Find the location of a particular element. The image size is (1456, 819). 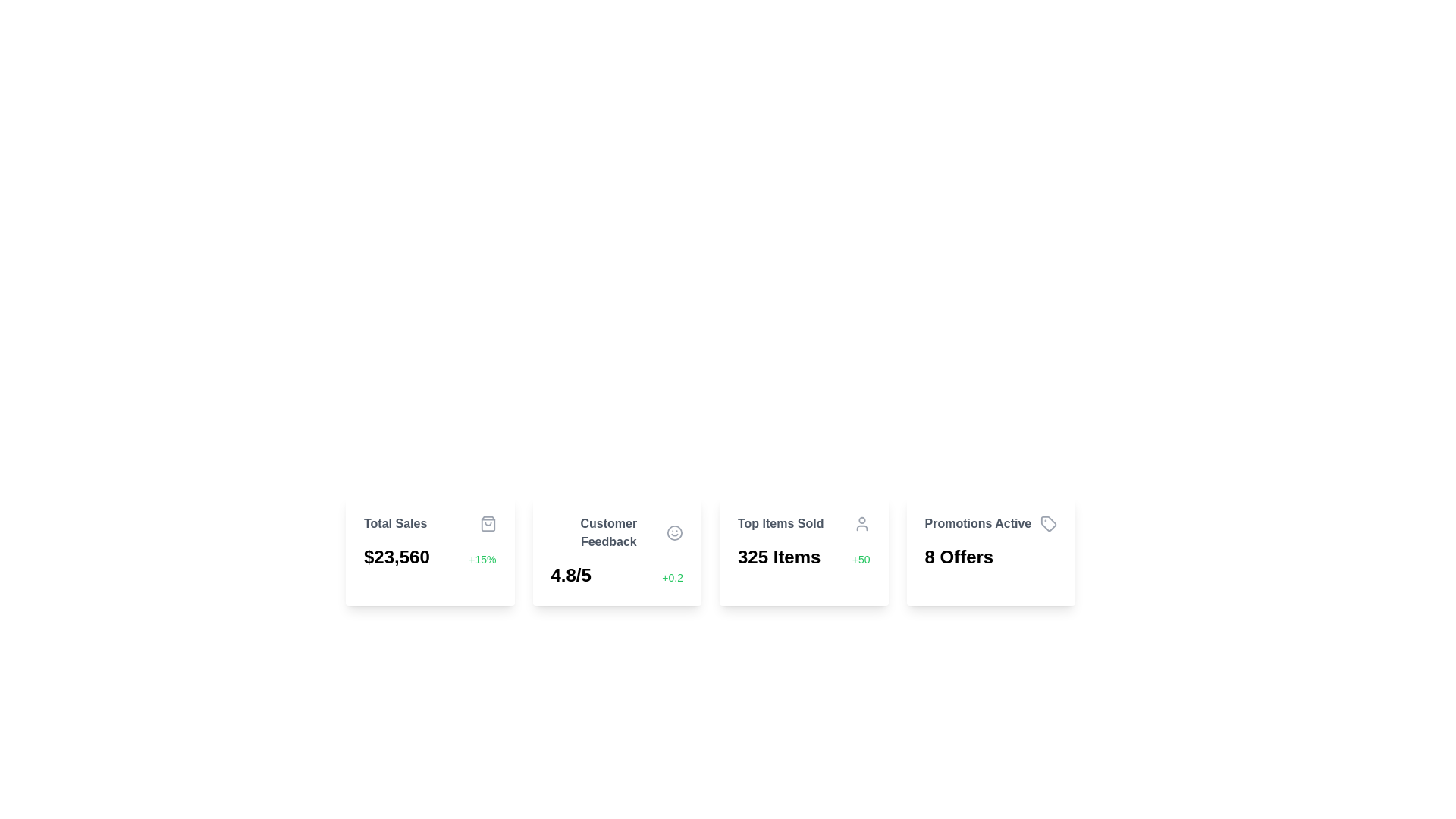

text displayed in the bold and large font label that shows '325 Items', located below the title 'Top Items Sold' and to the left of the green text '+50' is located at coordinates (779, 557).